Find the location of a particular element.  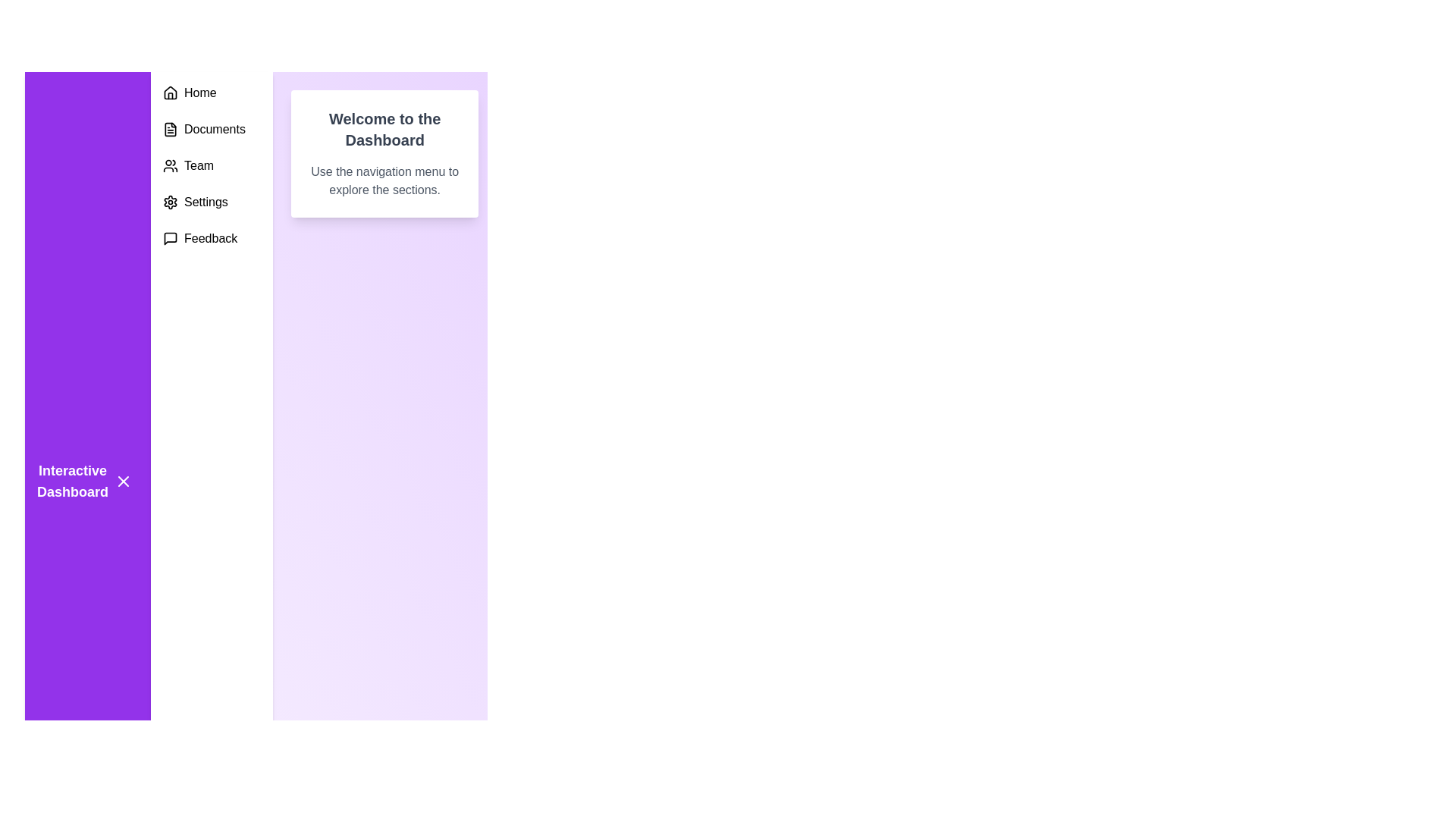

the small square icon button with a white 'X' symbol on a purple background is located at coordinates (124, 482).